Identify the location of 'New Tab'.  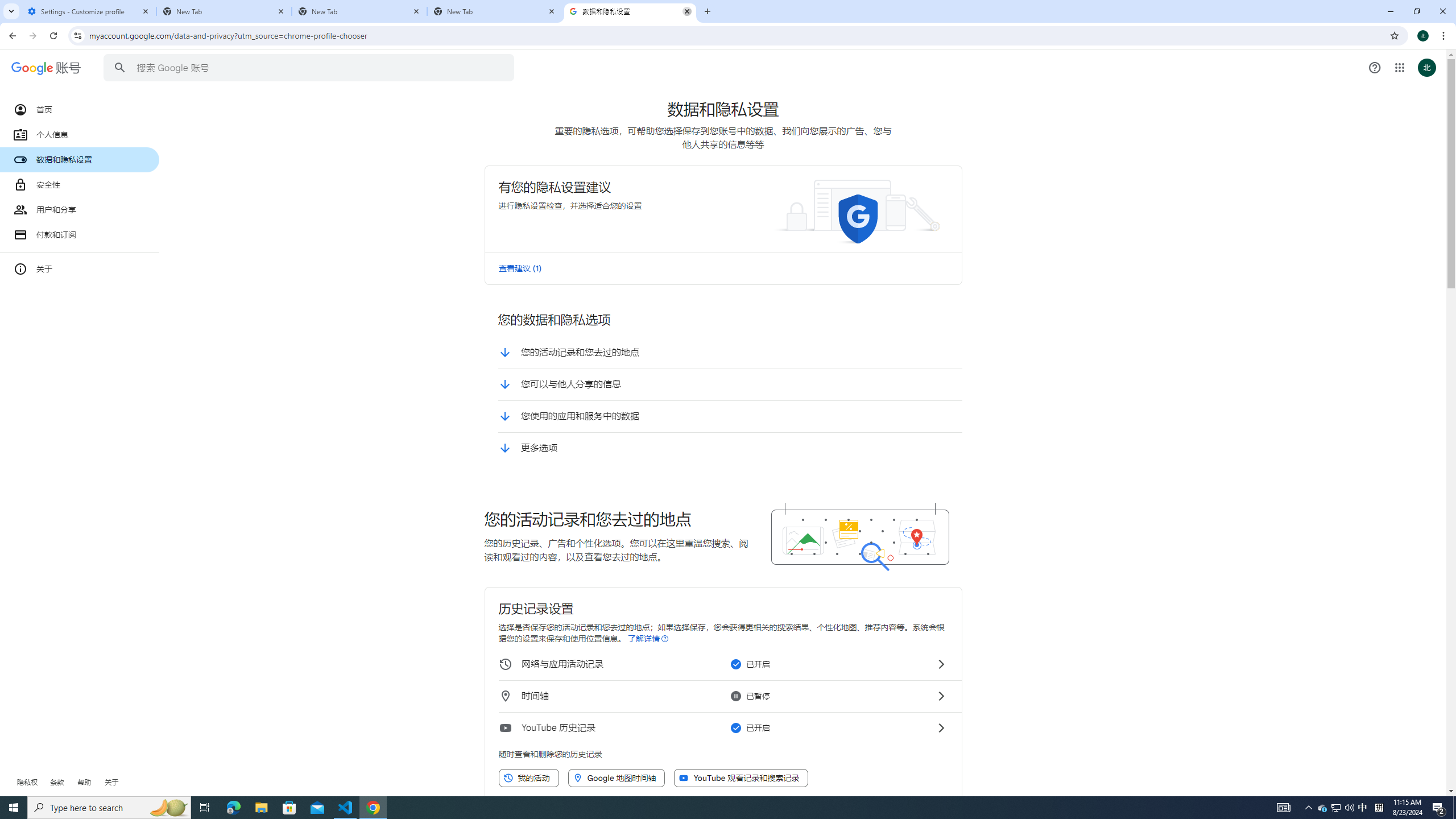
(494, 11).